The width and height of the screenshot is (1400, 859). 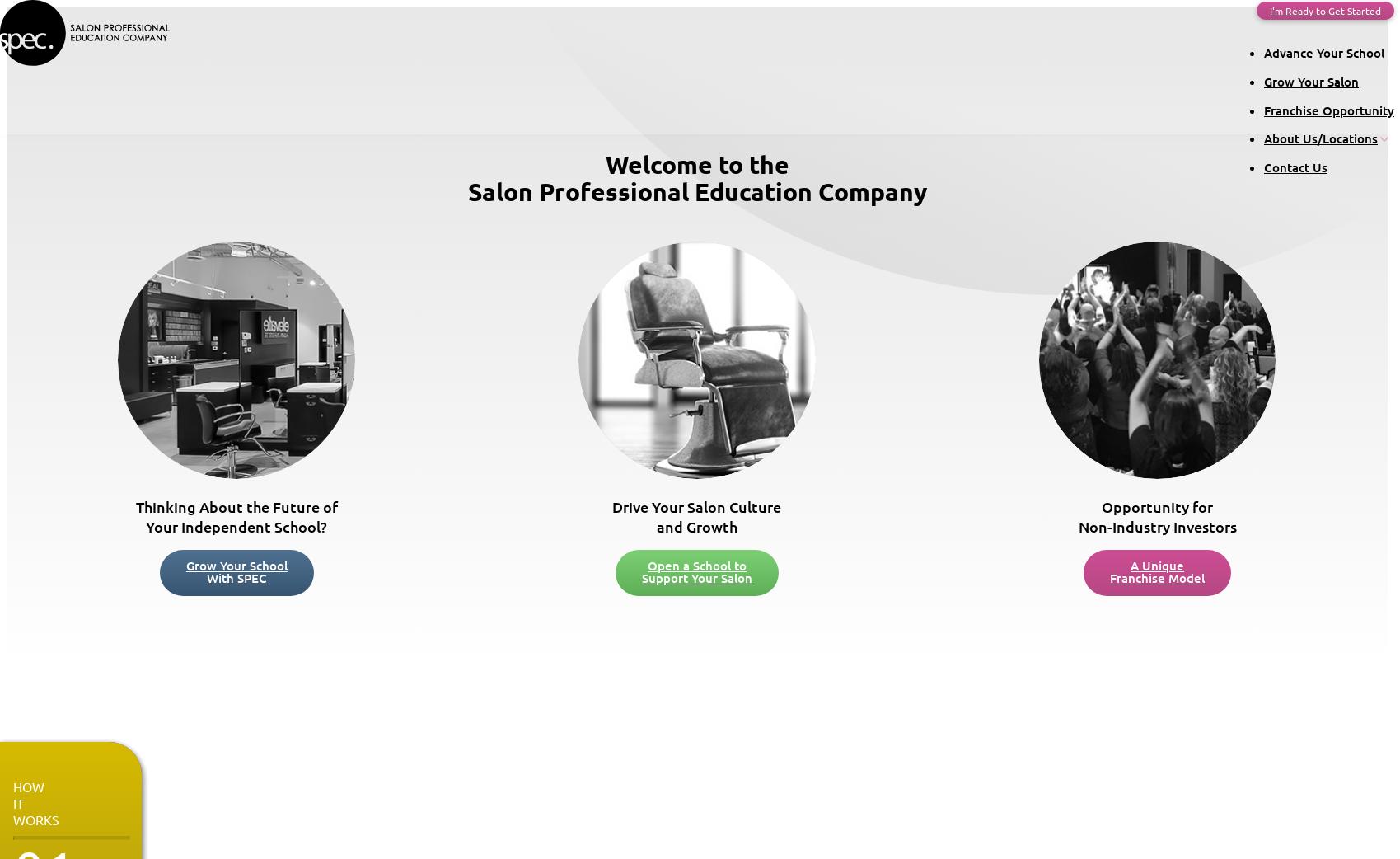 I want to click on 'Welcome to the', so click(x=696, y=163).